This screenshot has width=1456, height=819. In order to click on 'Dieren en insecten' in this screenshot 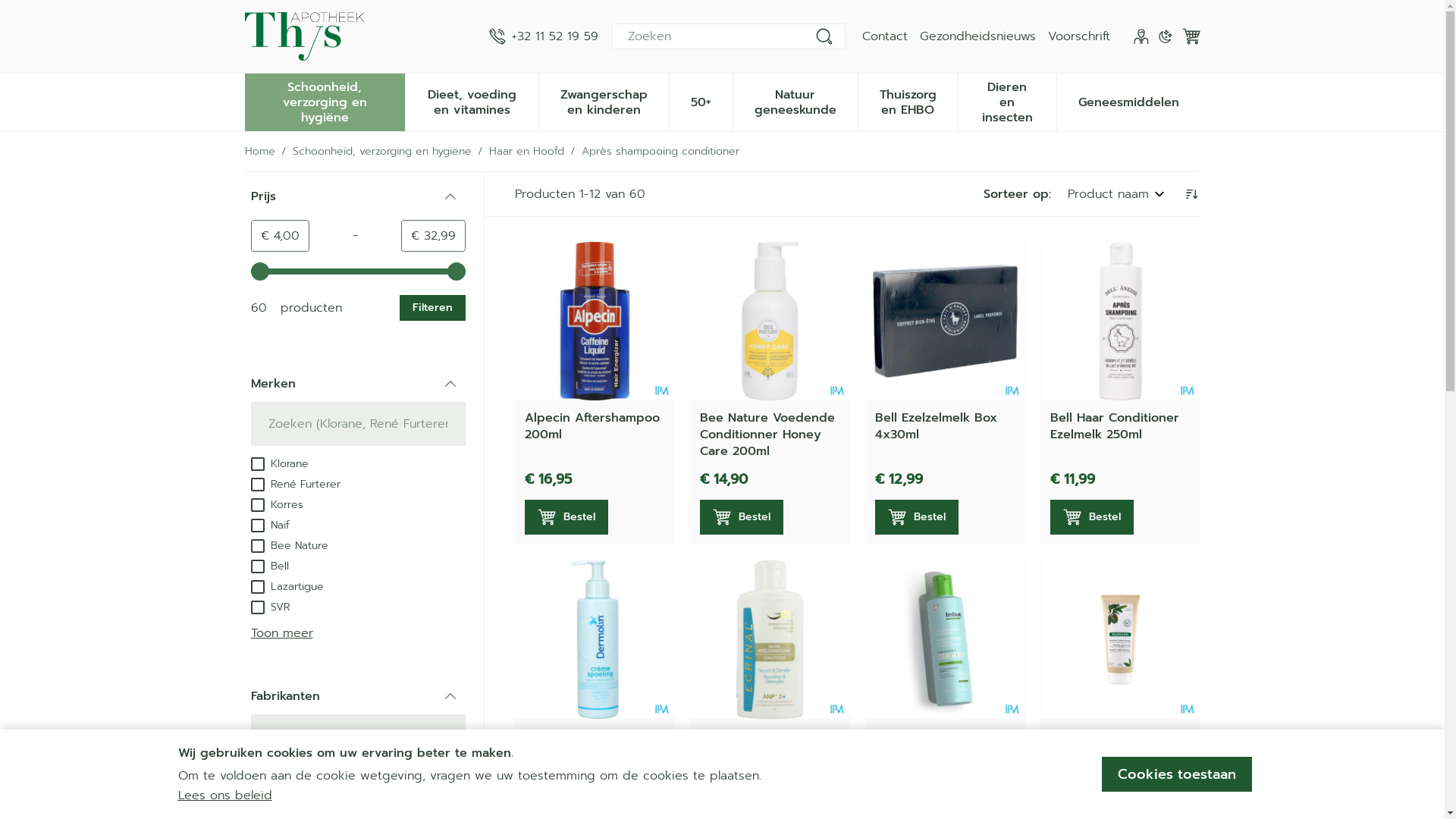, I will do `click(957, 100)`.